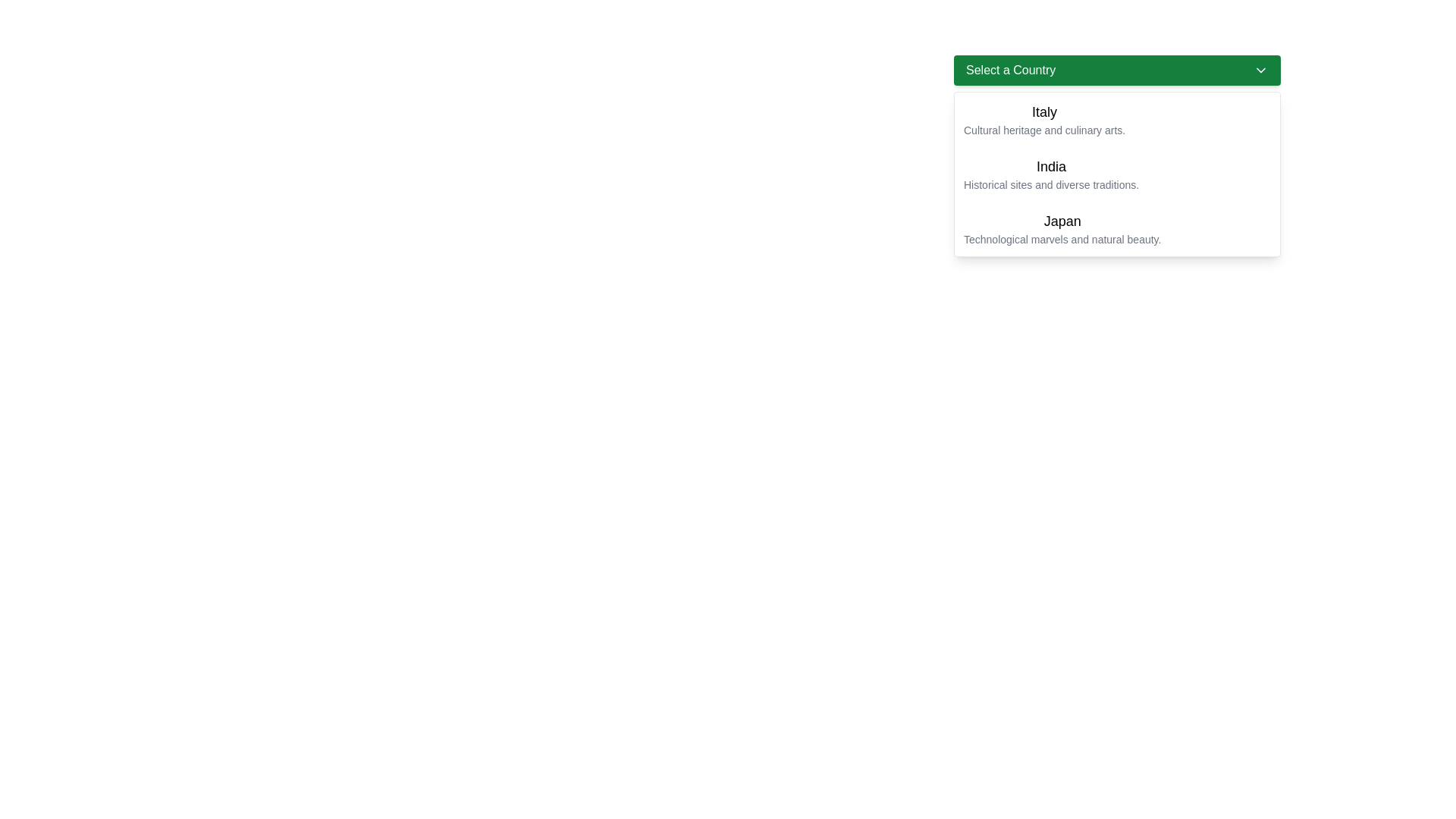  Describe the element at coordinates (1260, 70) in the screenshot. I see `the downward-pointing chevron icon next to the 'Select a Country' label` at that location.